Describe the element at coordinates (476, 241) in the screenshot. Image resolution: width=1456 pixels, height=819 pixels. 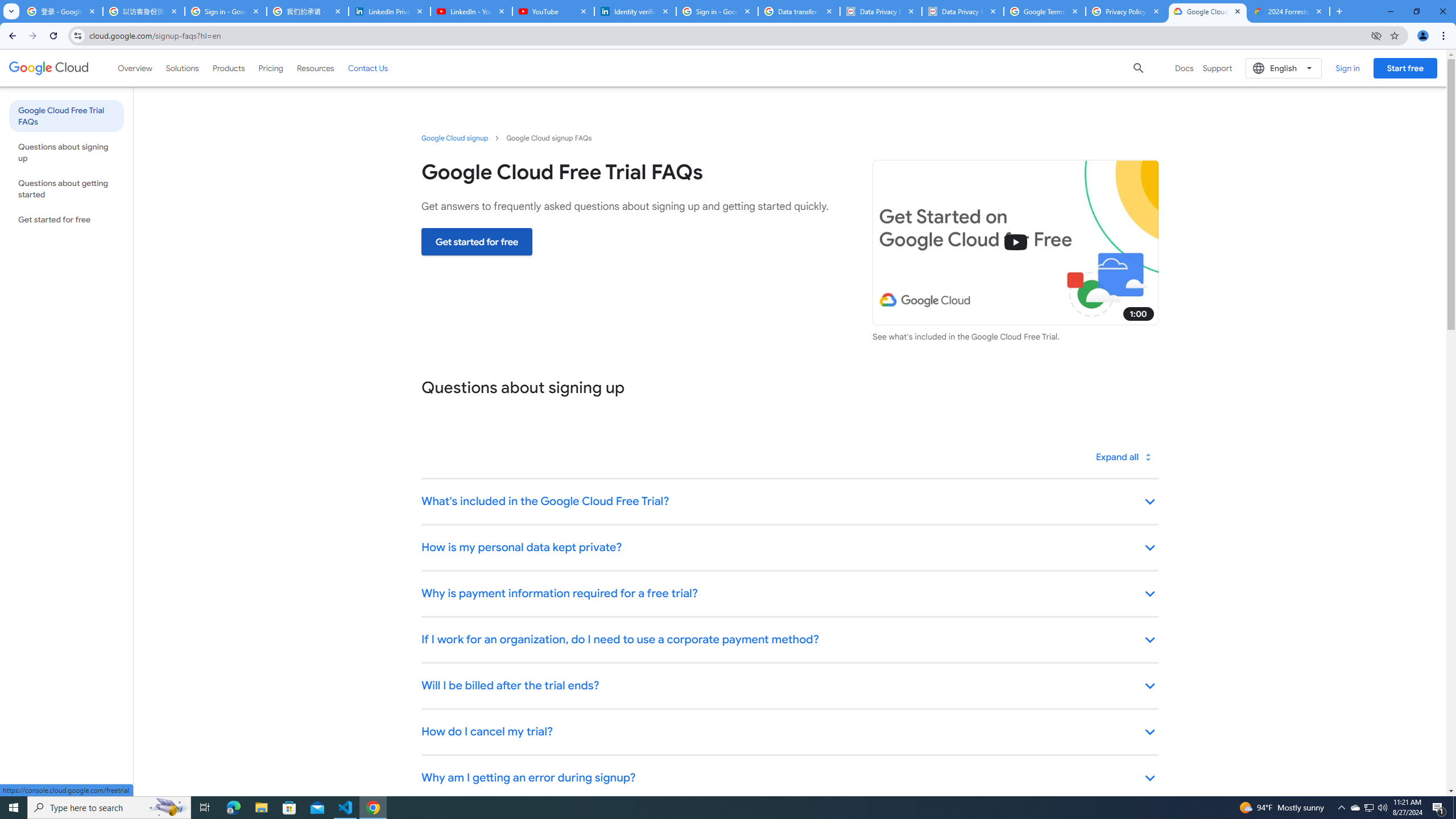
I see `'Get started for free'` at that location.